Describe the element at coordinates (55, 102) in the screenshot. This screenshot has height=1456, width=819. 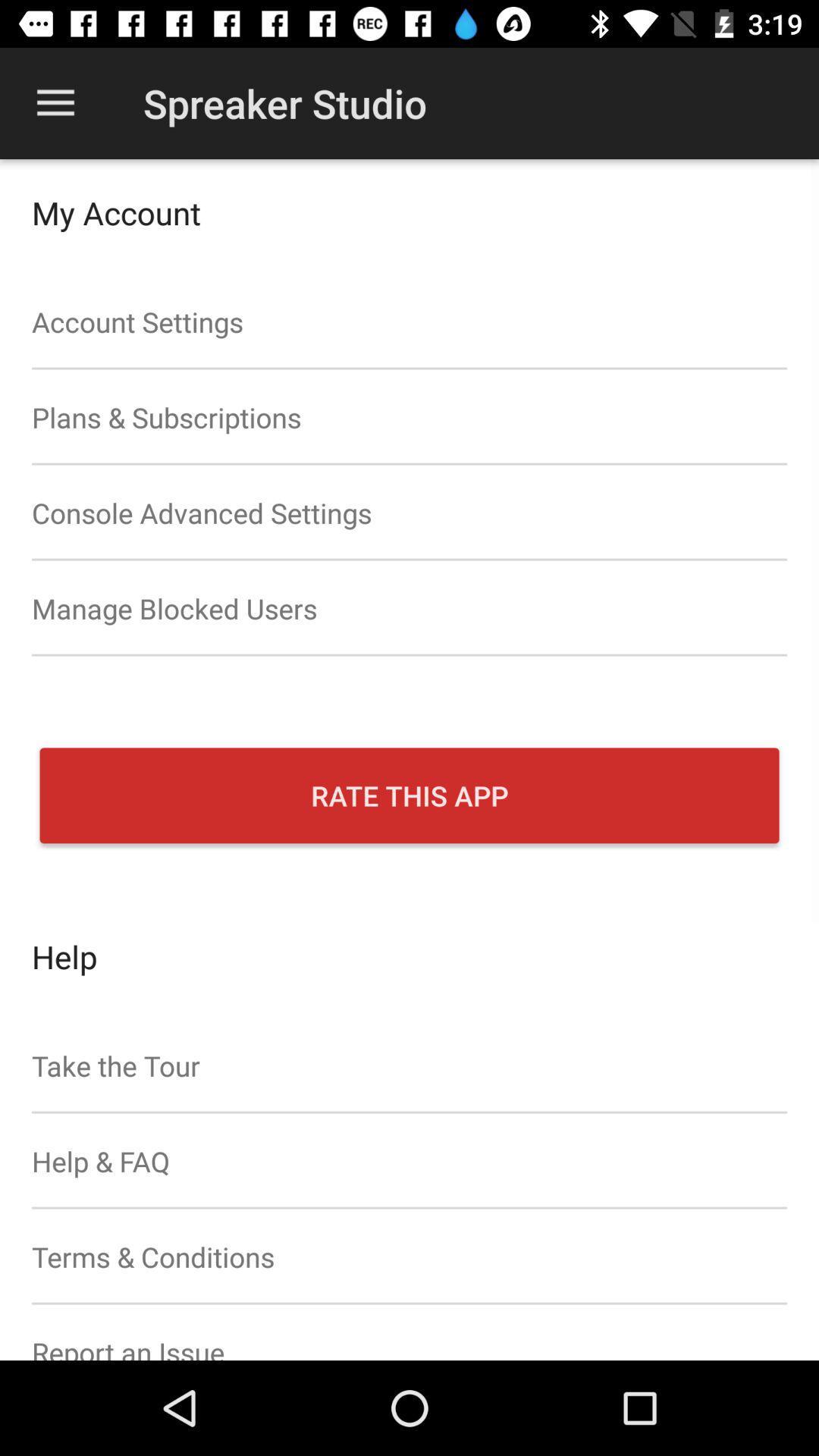
I see `the app to the left of spreaker studio item` at that location.